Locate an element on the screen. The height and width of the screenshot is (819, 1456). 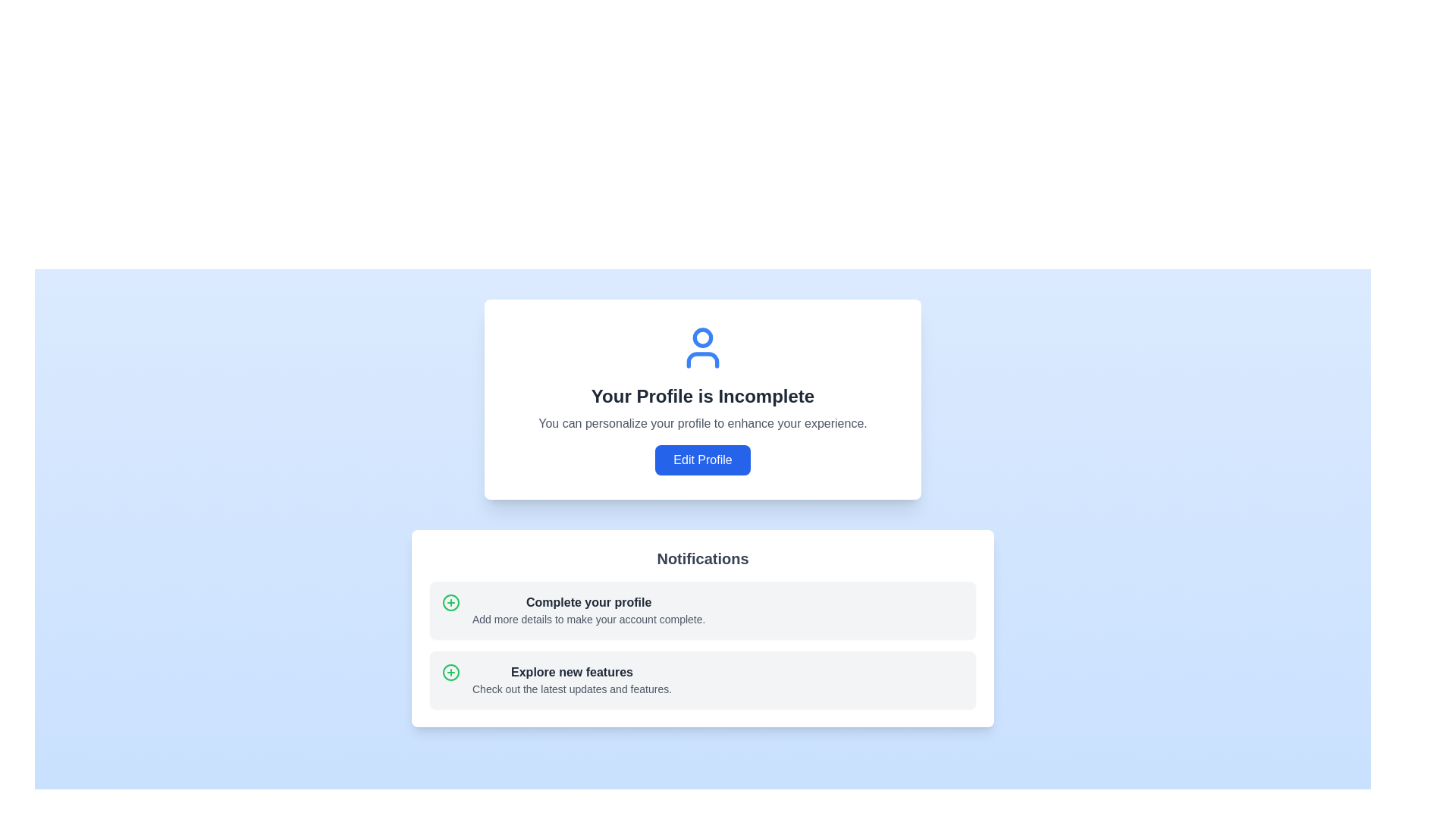
the static text label that serves as a title for the associated notification, positioned above the text 'Check out the latest updates and features' within the 'Notifications' section is located at coordinates (571, 672).